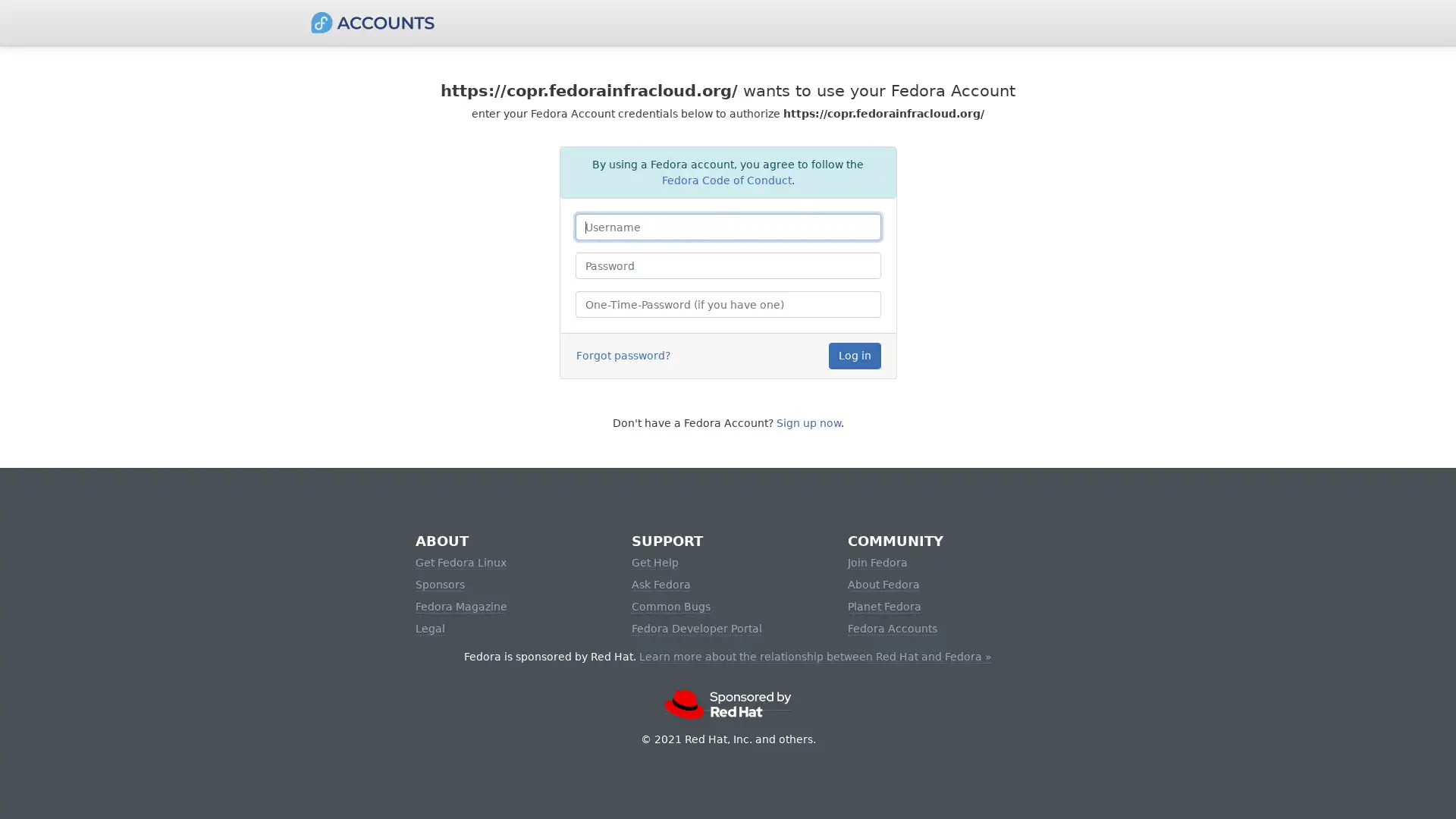  What do you see at coordinates (854, 356) in the screenshot?
I see `Log in` at bounding box center [854, 356].